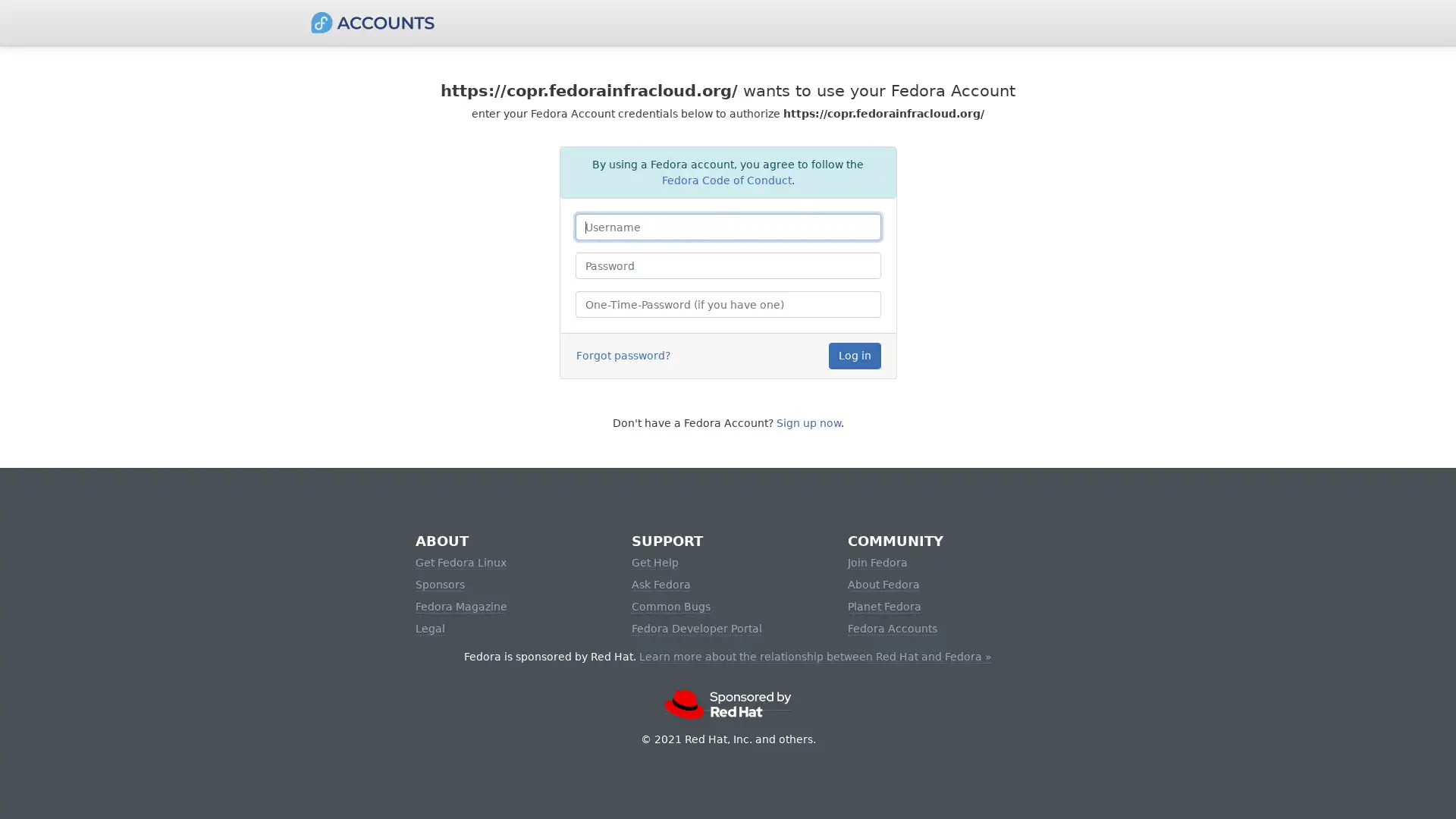  What do you see at coordinates (854, 356) in the screenshot?
I see `Log in` at bounding box center [854, 356].